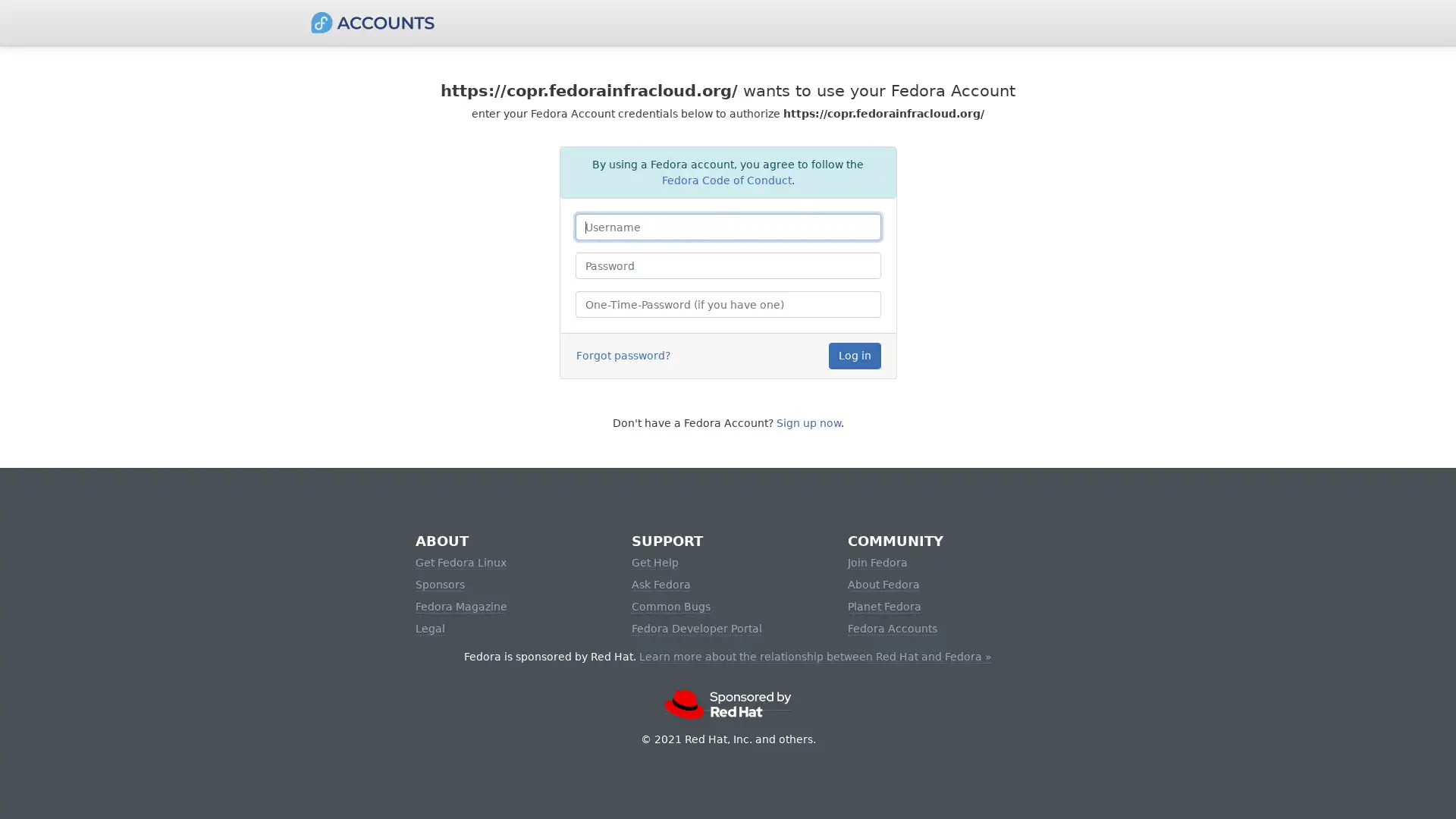  What do you see at coordinates (854, 356) in the screenshot?
I see `Log in` at bounding box center [854, 356].